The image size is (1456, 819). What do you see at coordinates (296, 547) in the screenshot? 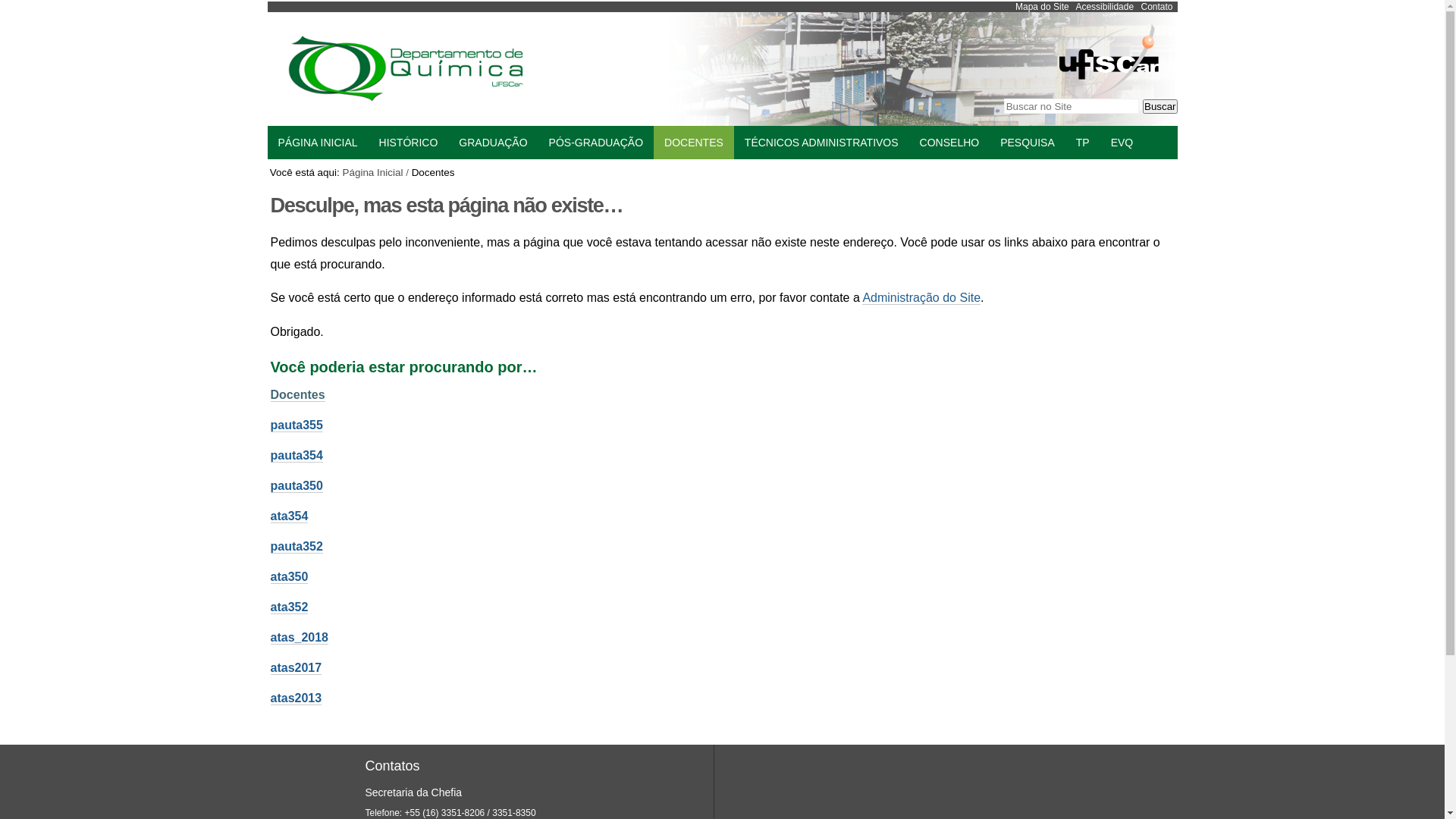
I see `'pauta352'` at bounding box center [296, 547].